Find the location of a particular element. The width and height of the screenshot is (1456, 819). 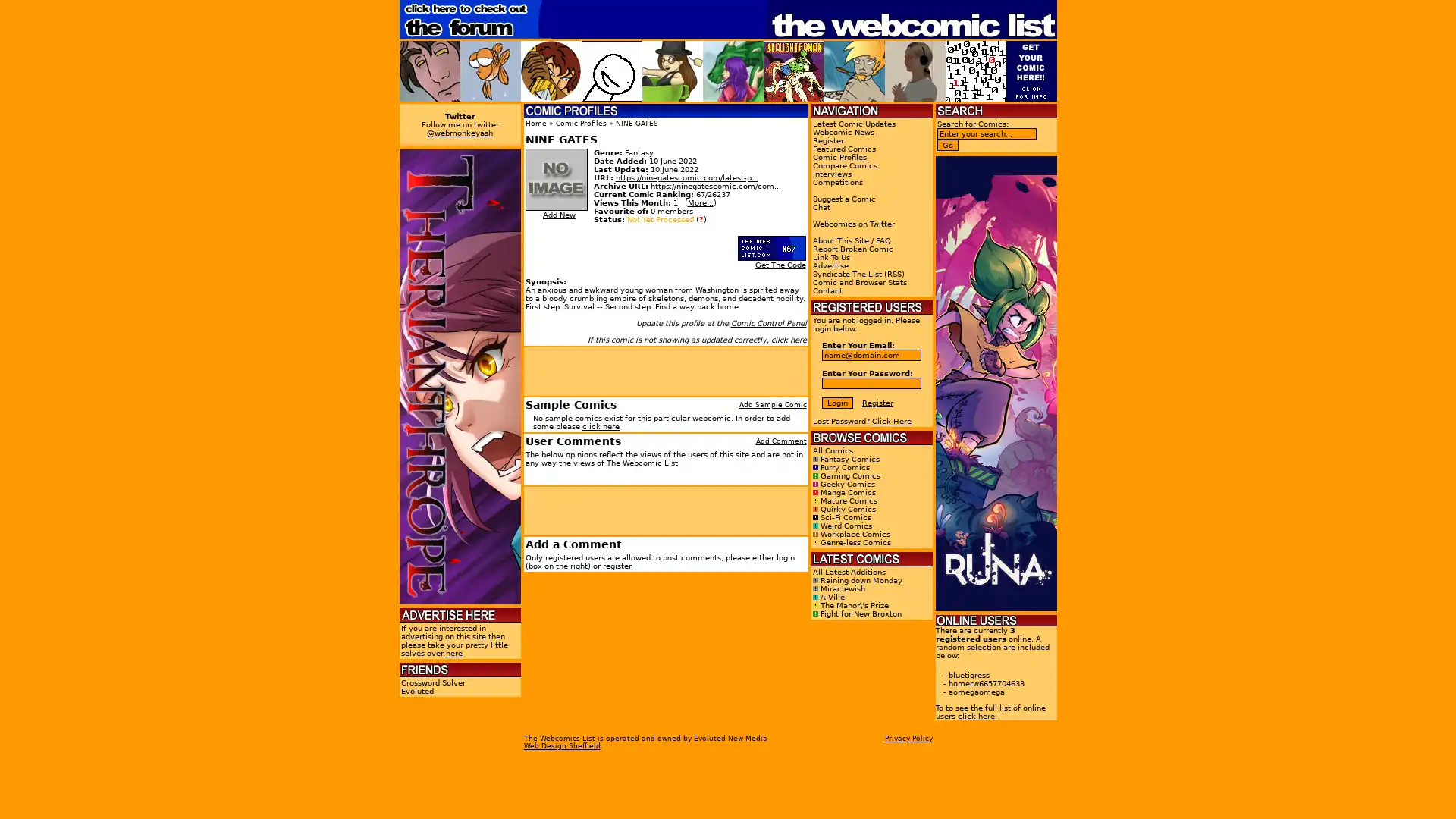

Login is located at coordinates (836, 402).